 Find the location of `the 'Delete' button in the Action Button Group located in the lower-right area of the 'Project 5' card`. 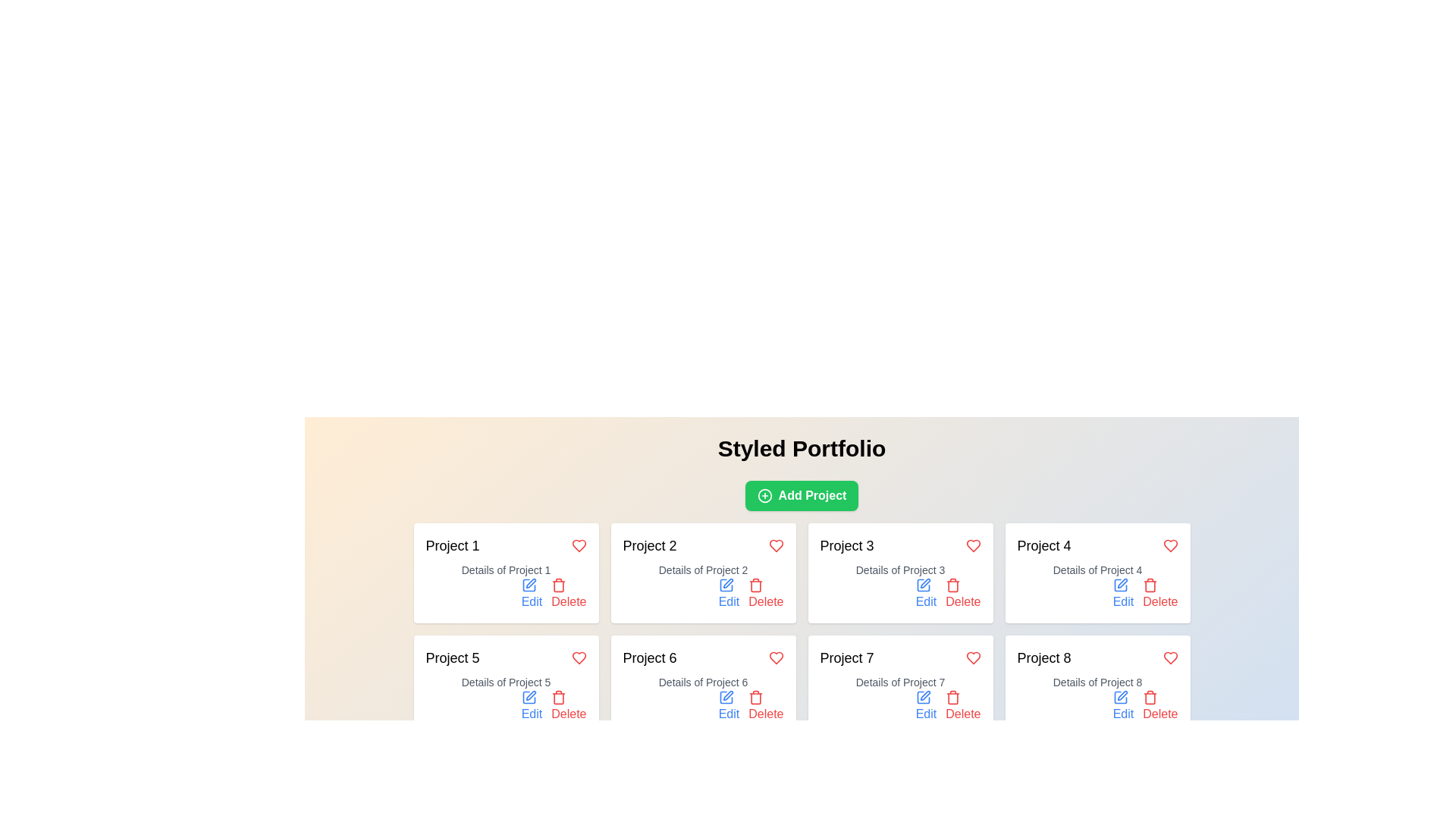

the 'Delete' button in the Action Button Group located in the lower-right area of the 'Project 5' card is located at coordinates (506, 707).